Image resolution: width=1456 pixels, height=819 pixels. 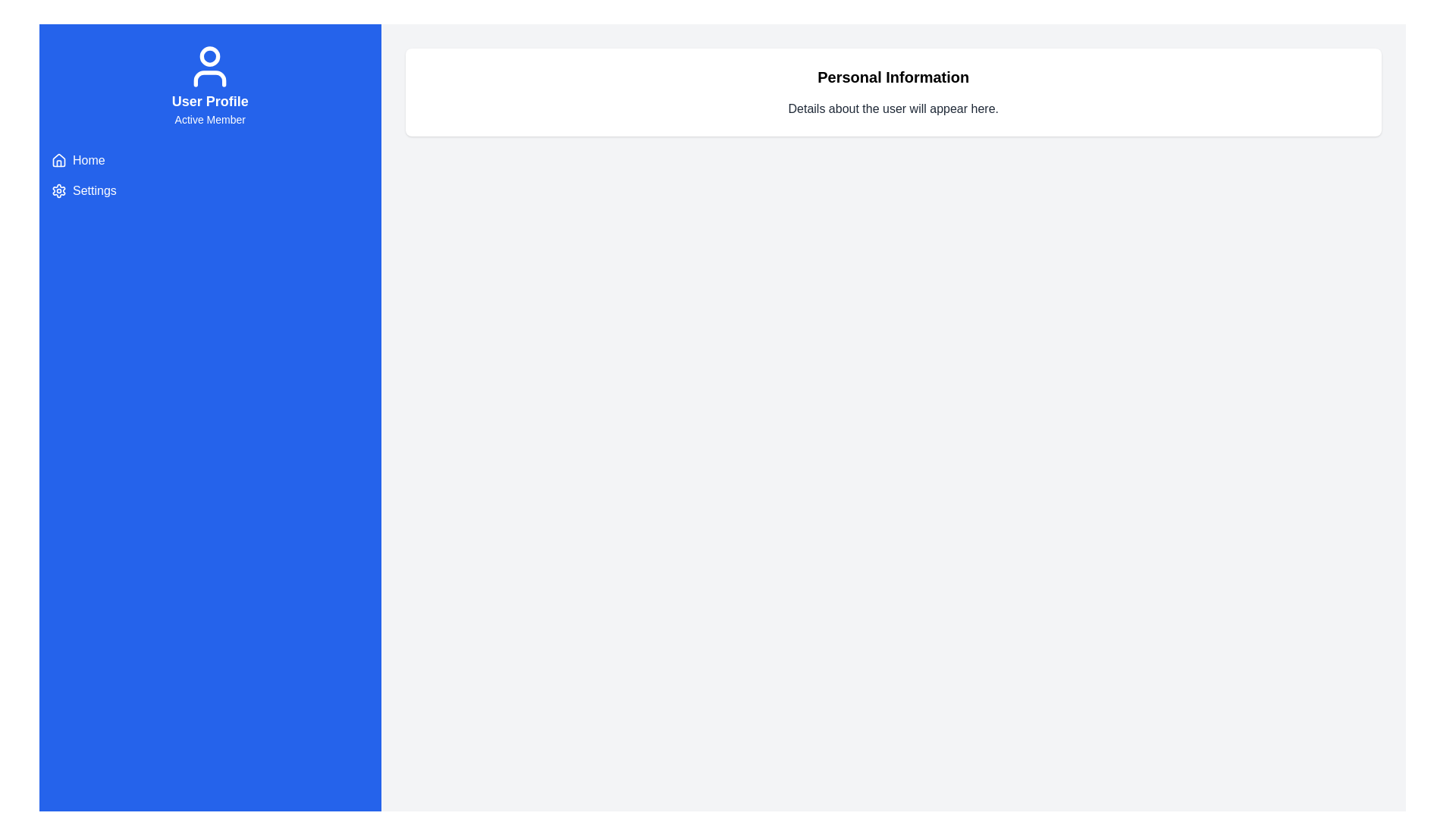 What do you see at coordinates (893, 108) in the screenshot?
I see `the text element displaying the message 'Details about the user will appear here.' which is located below the 'Personal Information' header` at bounding box center [893, 108].